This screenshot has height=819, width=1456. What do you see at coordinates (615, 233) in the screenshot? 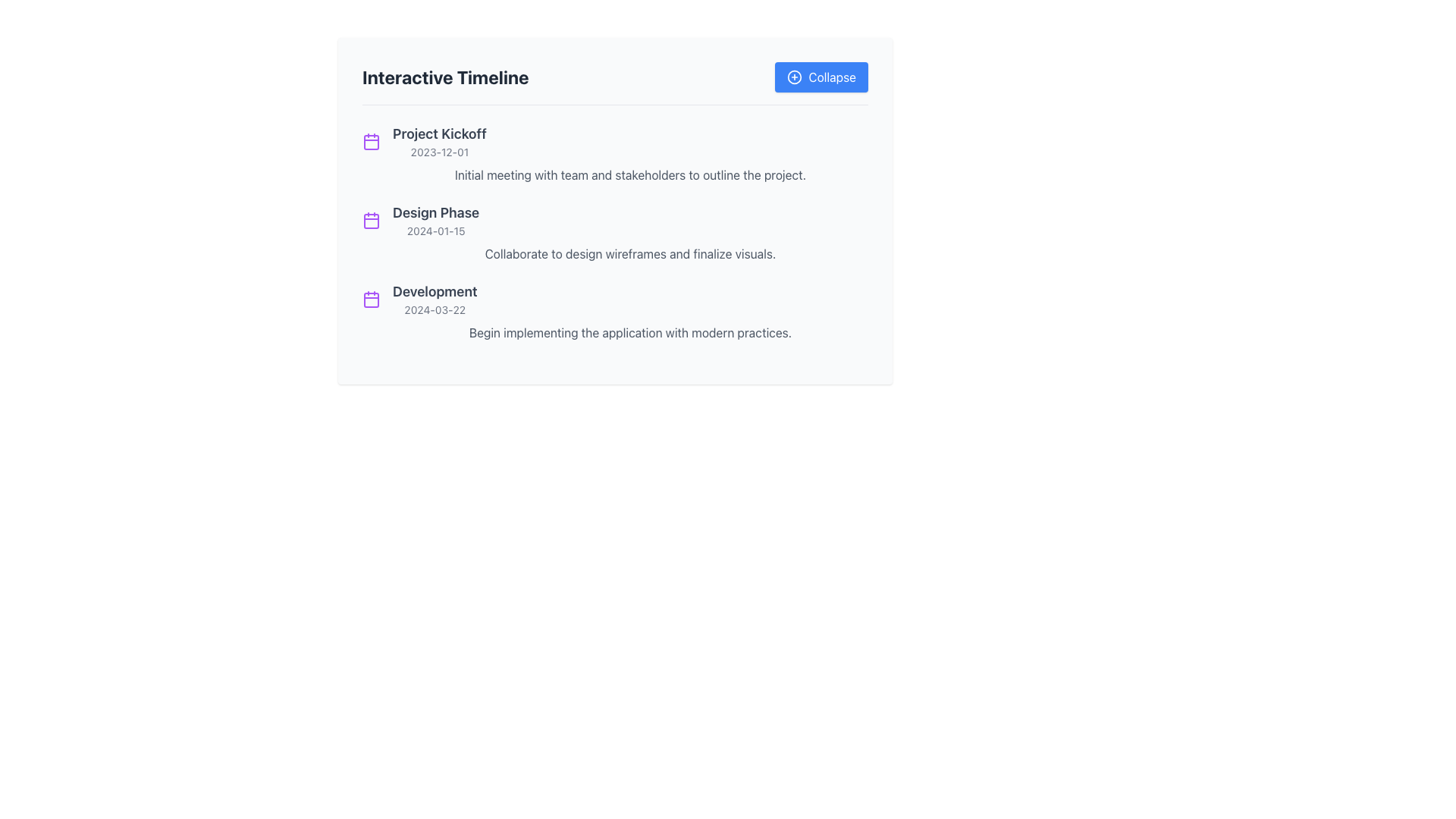
I see `an individual item within the Interactive Timeline display component, which presents a sequence of project phases` at bounding box center [615, 233].